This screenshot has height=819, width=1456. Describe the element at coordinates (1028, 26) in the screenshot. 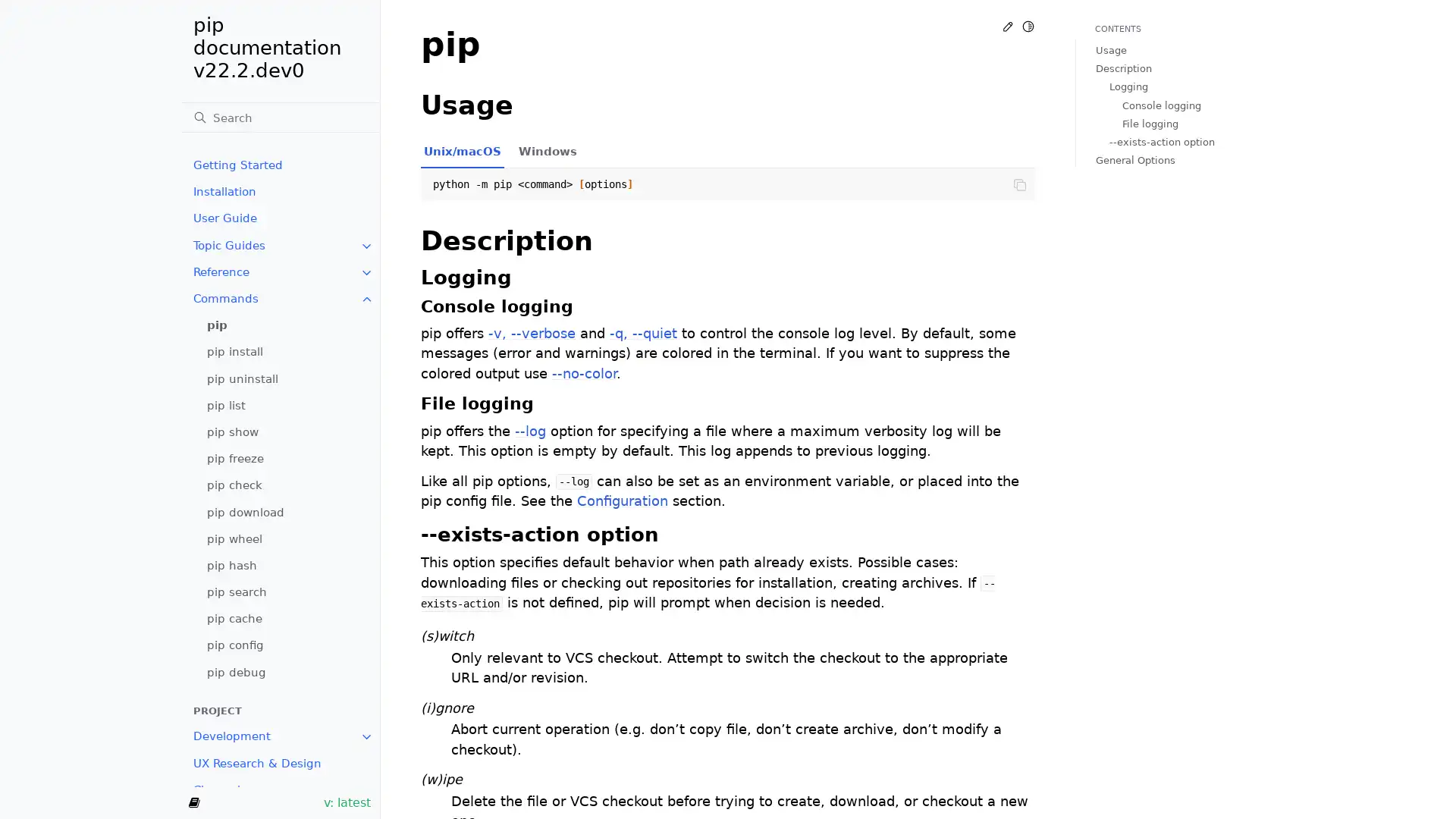

I see `Toggle Light / Dark / Auto color theme` at that location.